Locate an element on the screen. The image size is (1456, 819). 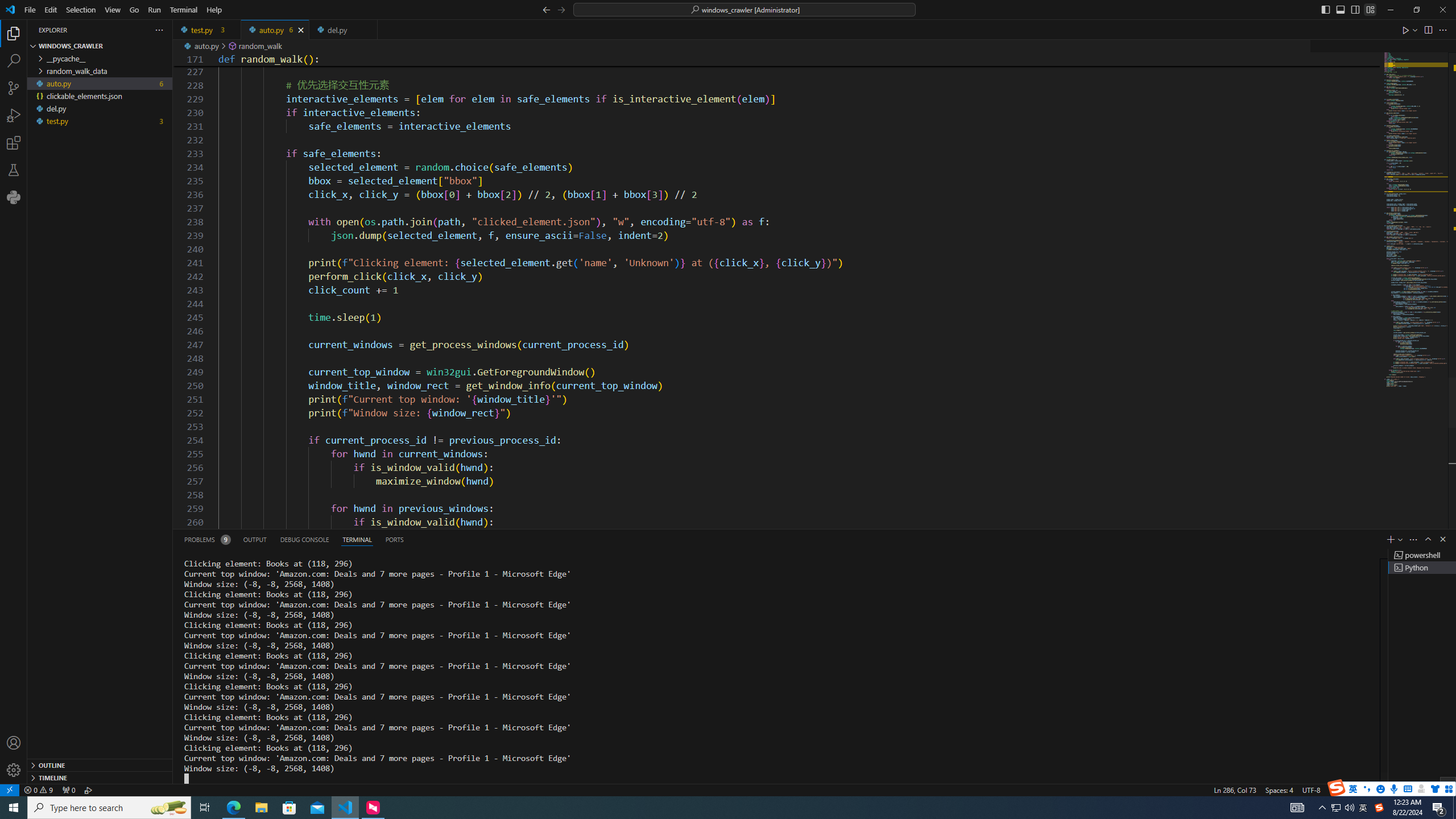
'Outline Section' is located at coordinates (100, 764).